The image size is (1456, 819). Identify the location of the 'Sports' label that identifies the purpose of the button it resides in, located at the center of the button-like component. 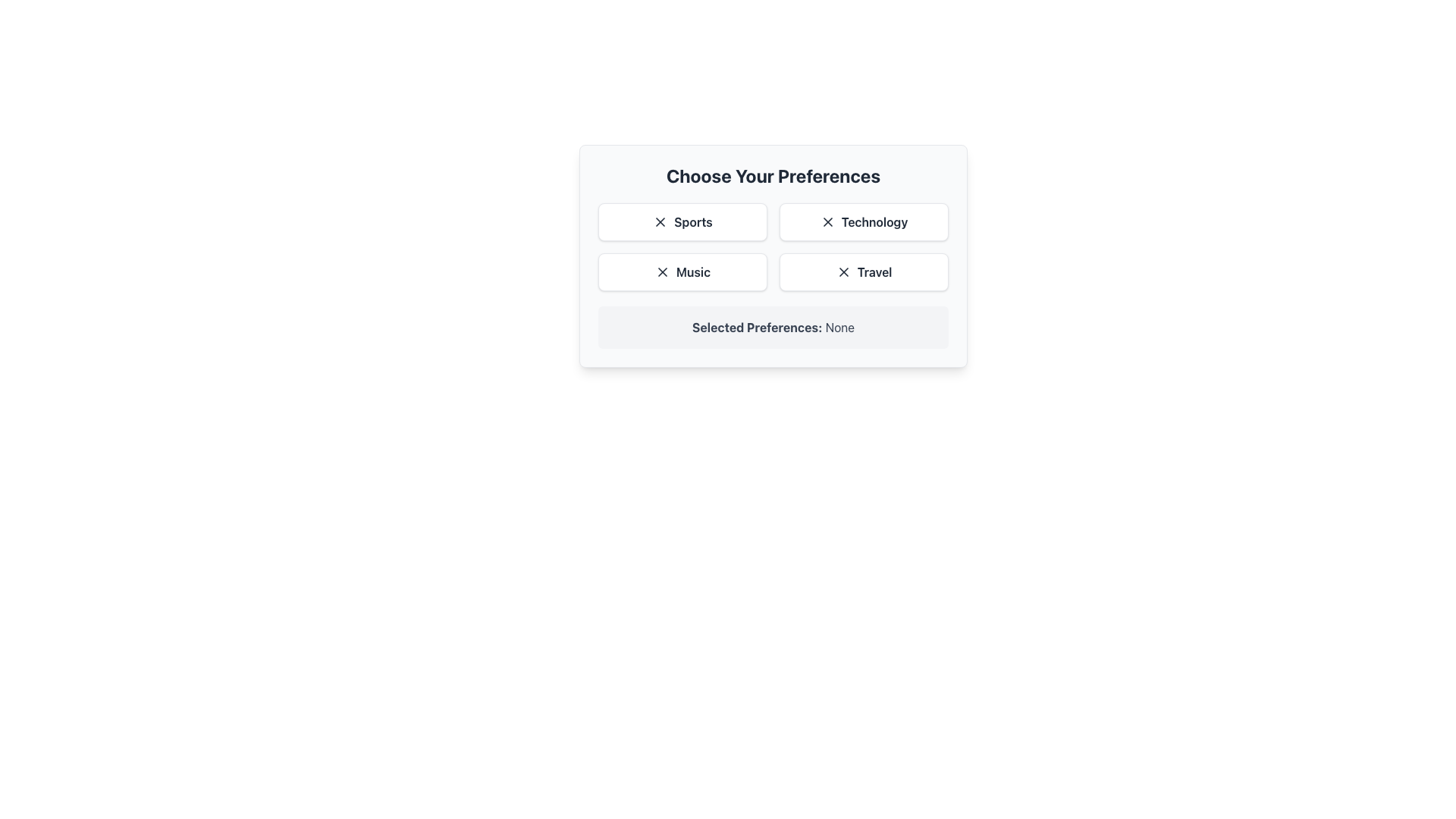
(692, 222).